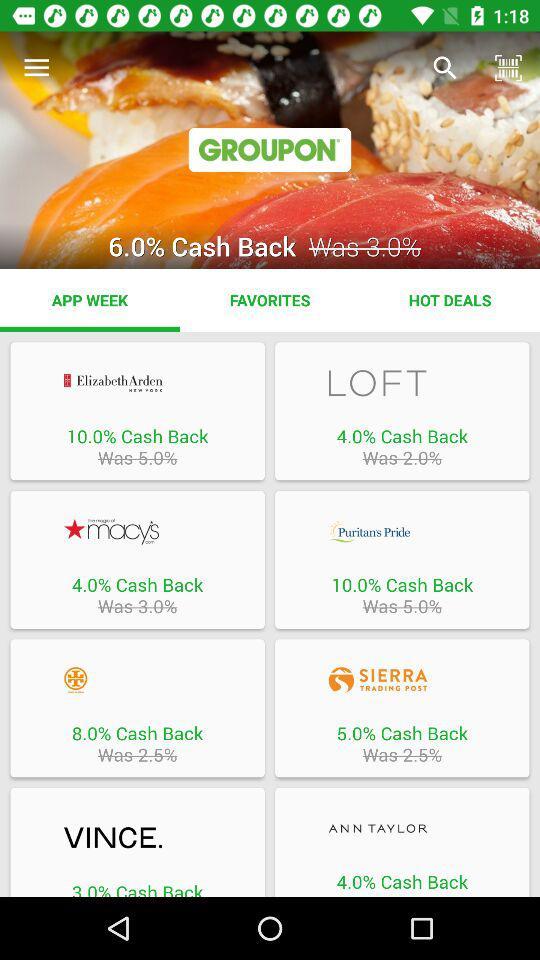 Image resolution: width=540 pixels, height=960 pixels. I want to click on its just an word, so click(402, 828).